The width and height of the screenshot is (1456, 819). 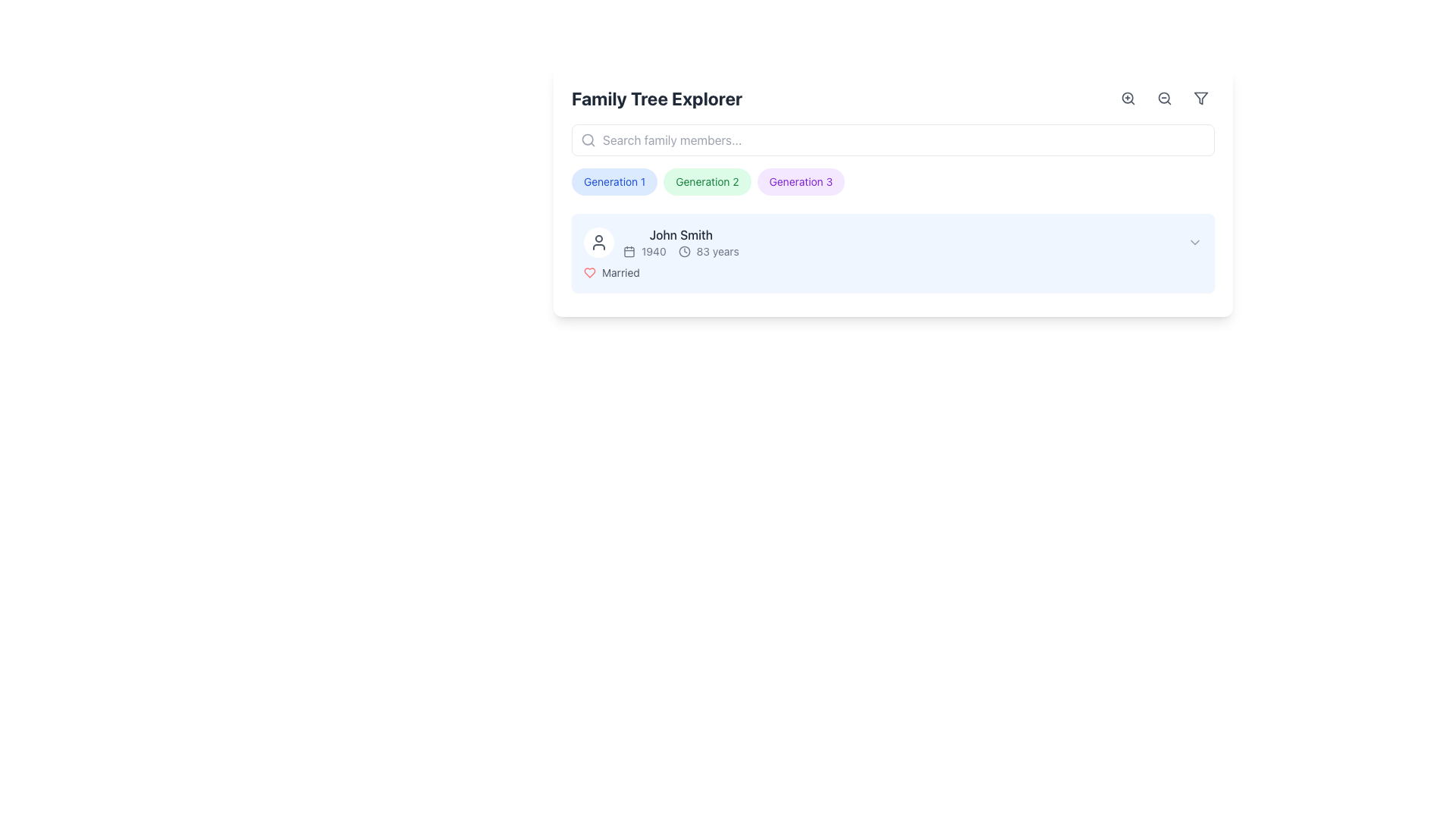 I want to click on the user icon representing 'John Smith', which is located to the left of the text 'John Smith', '1940', and '83 years', so click(x=598, y=242).